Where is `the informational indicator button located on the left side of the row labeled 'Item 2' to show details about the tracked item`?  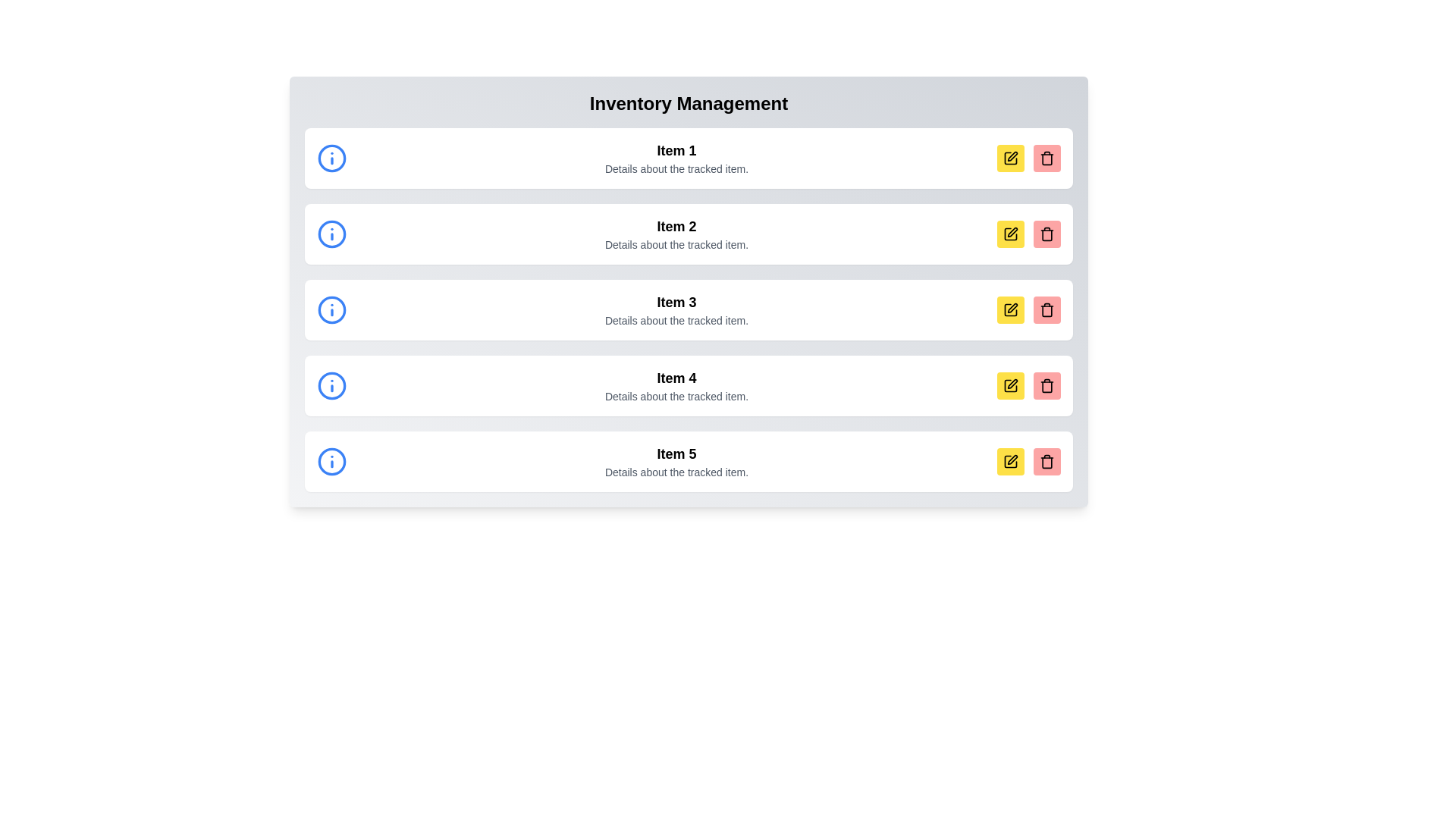
the informational indicator button located on the left side of the row labeled 'Item 2' to show details about the tracked item is located at coordinates (331, 234).